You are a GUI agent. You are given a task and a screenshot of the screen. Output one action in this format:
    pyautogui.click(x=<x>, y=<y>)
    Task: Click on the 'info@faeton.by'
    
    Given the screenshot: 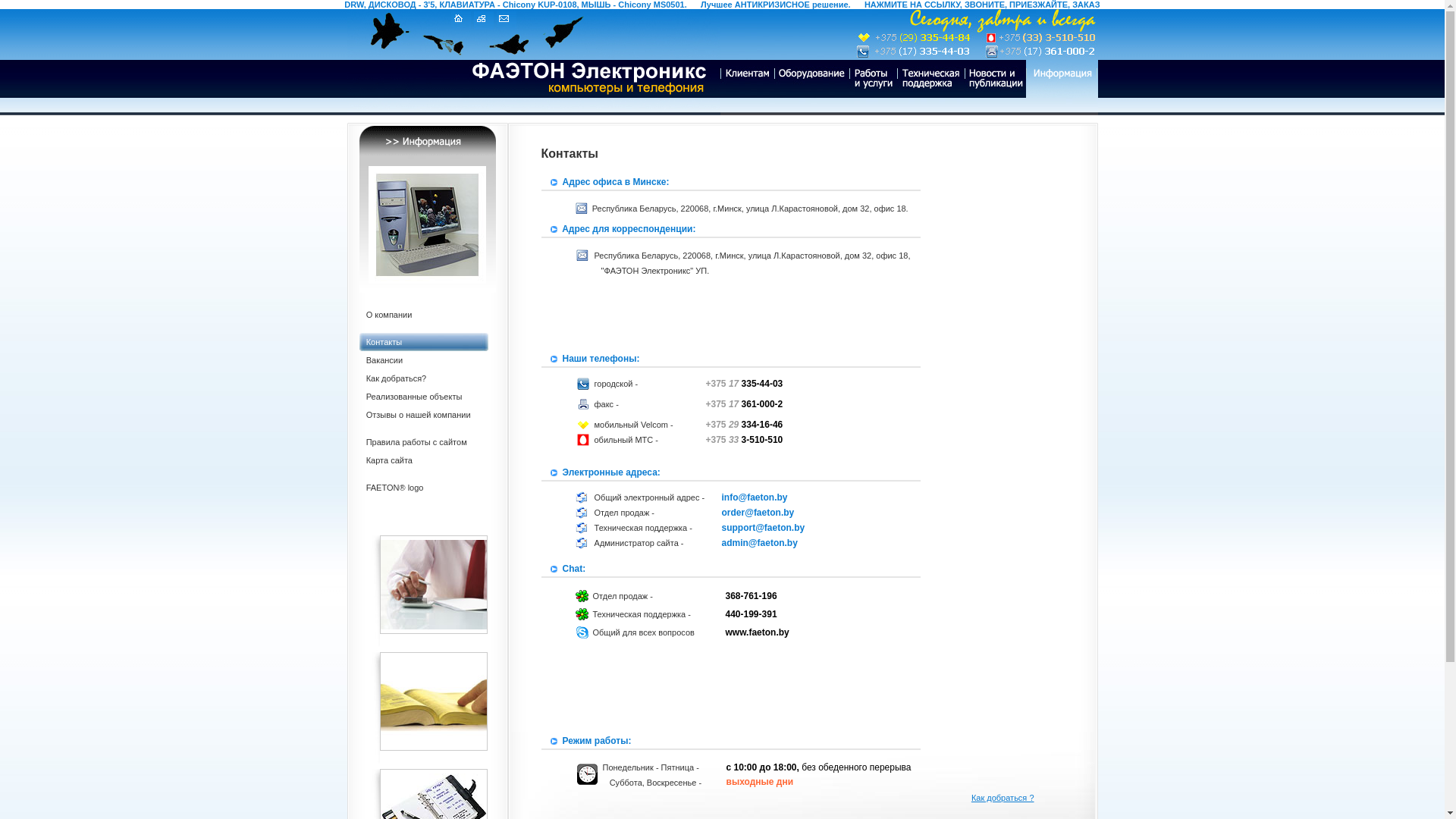 What is the action you would take?
    pyautogui.click(x=720, y=497)
    